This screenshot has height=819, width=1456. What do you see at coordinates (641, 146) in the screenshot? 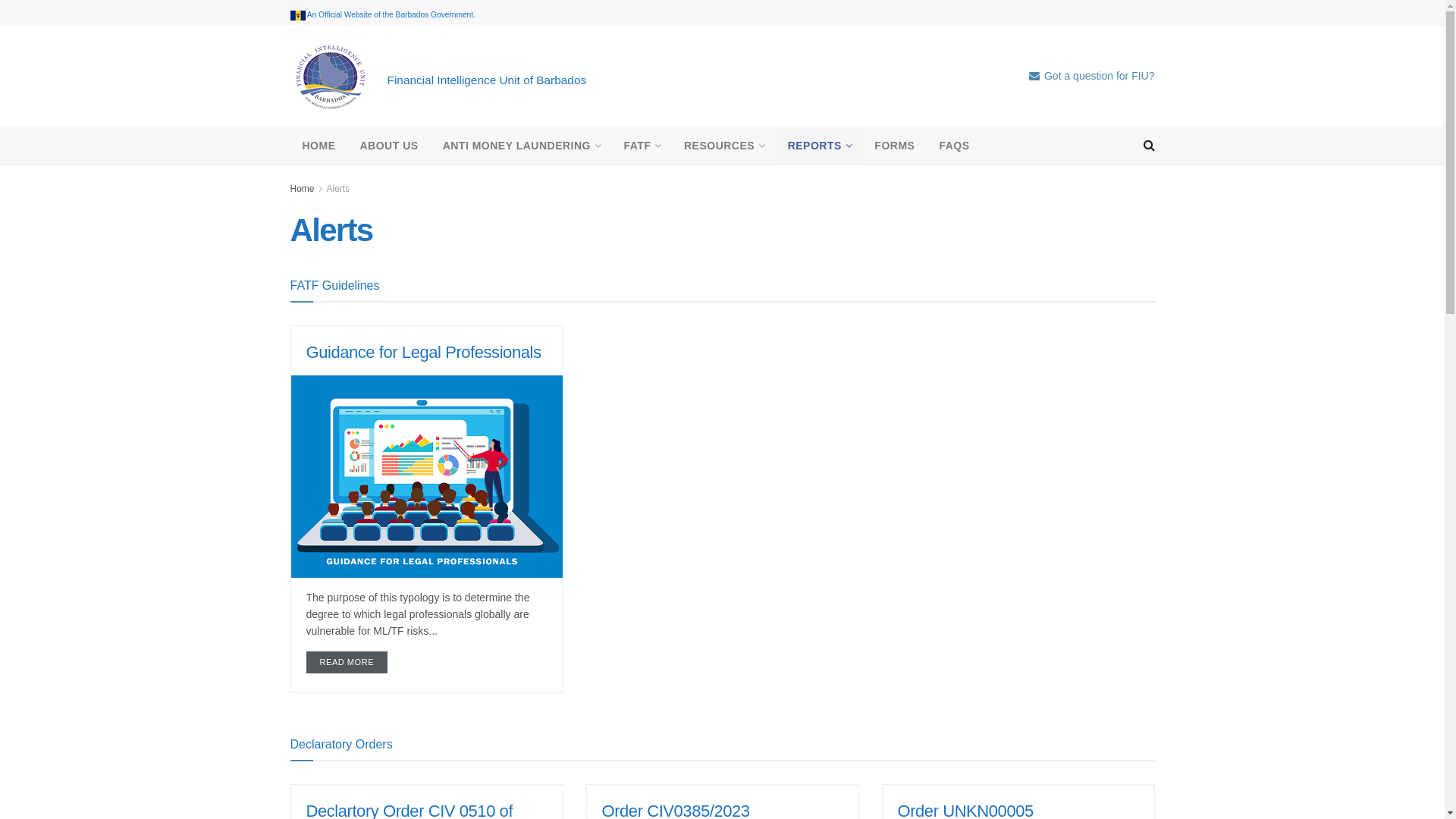
I see `'FATF'` at bounding box center [641, 146].